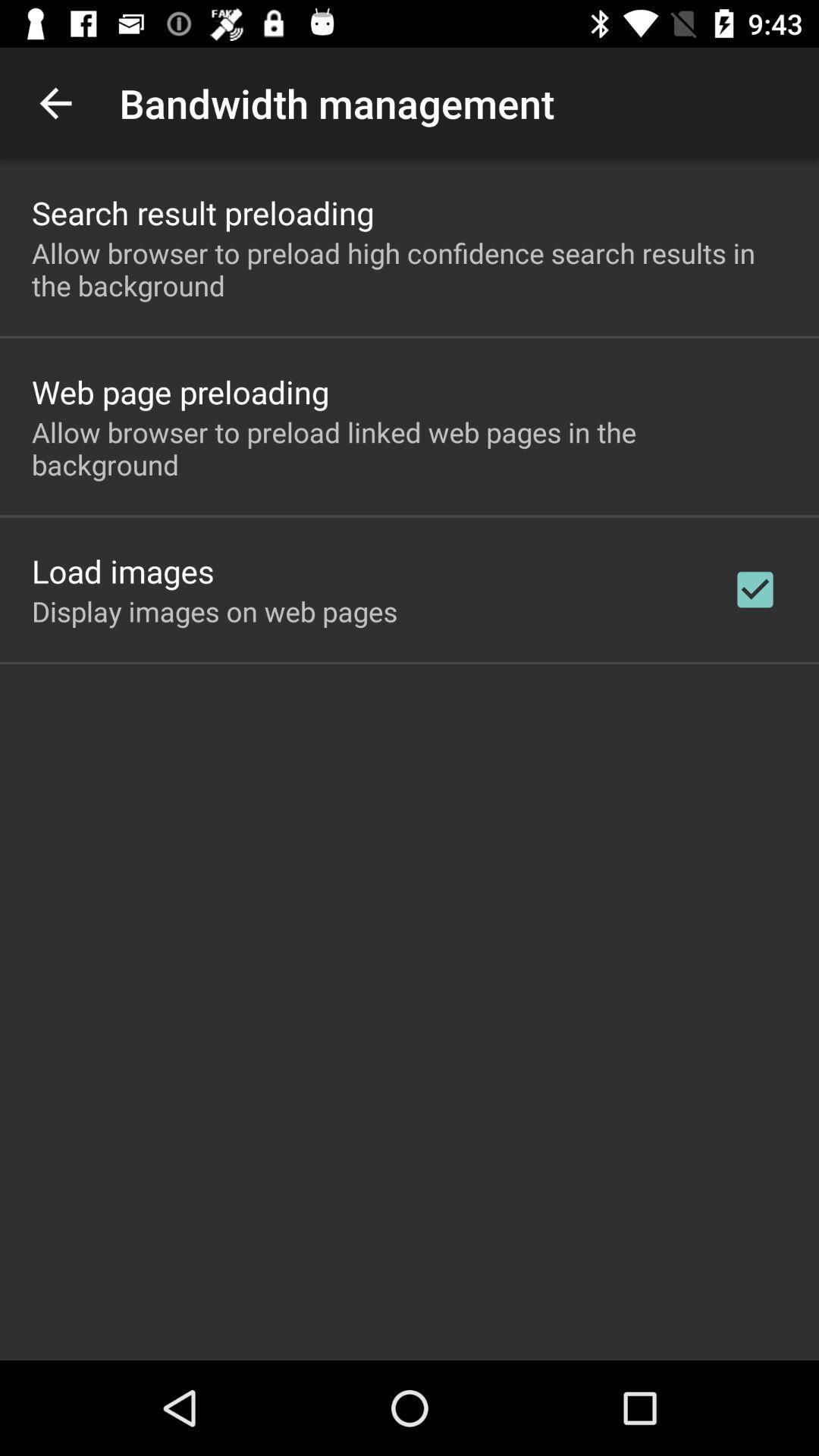  I want to click on item above the allow browser to app, so click(180, 391).